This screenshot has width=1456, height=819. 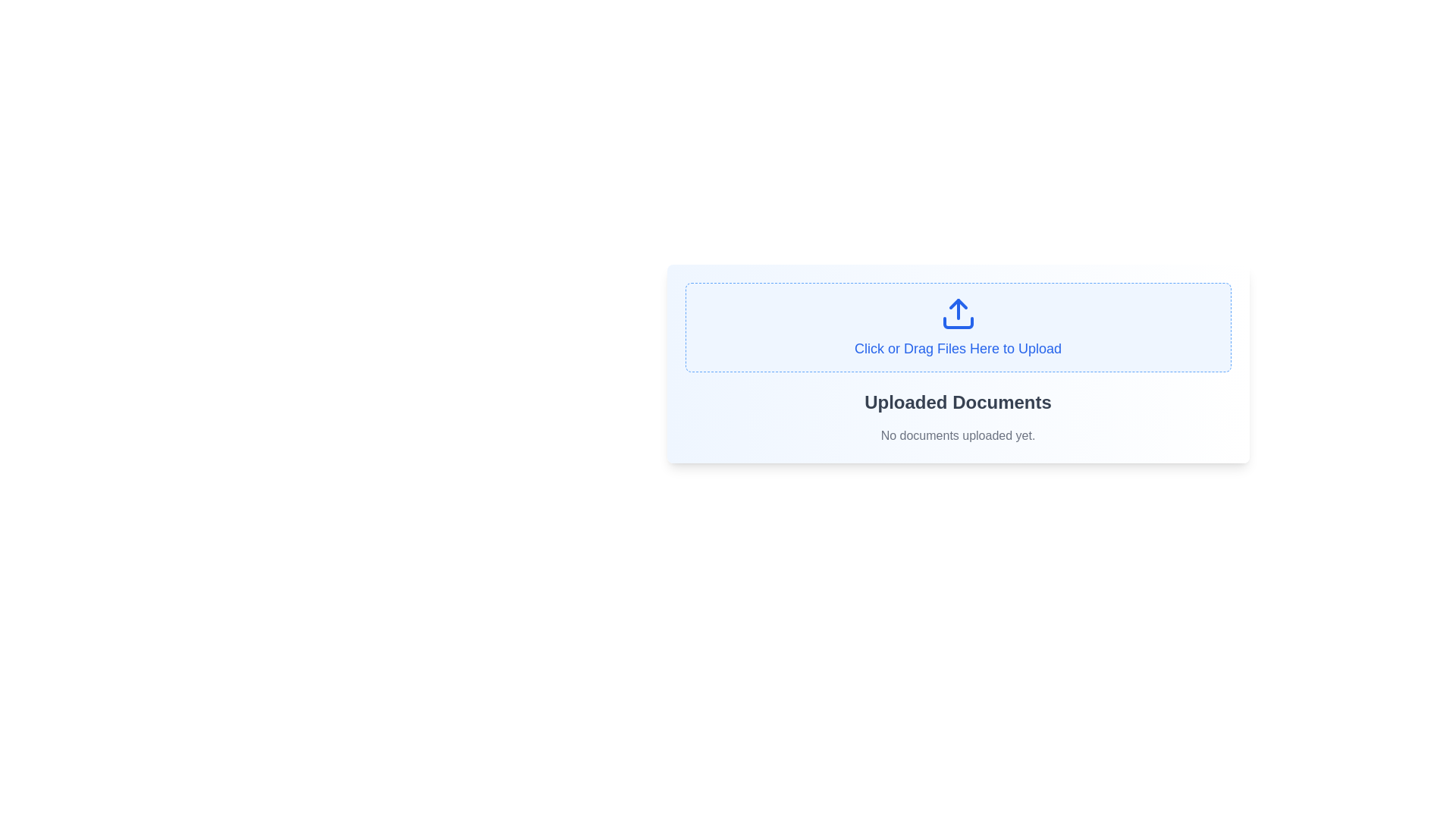 What do you see at coordinates (957, 322) in the screenshot?
I see `the lower part of the upload icon to initiate the upload action, which is visually represented as part of the icon located in the light blue area marked with 'Click or Drag Files Here to Upload'` at bounding box center [957, 322].